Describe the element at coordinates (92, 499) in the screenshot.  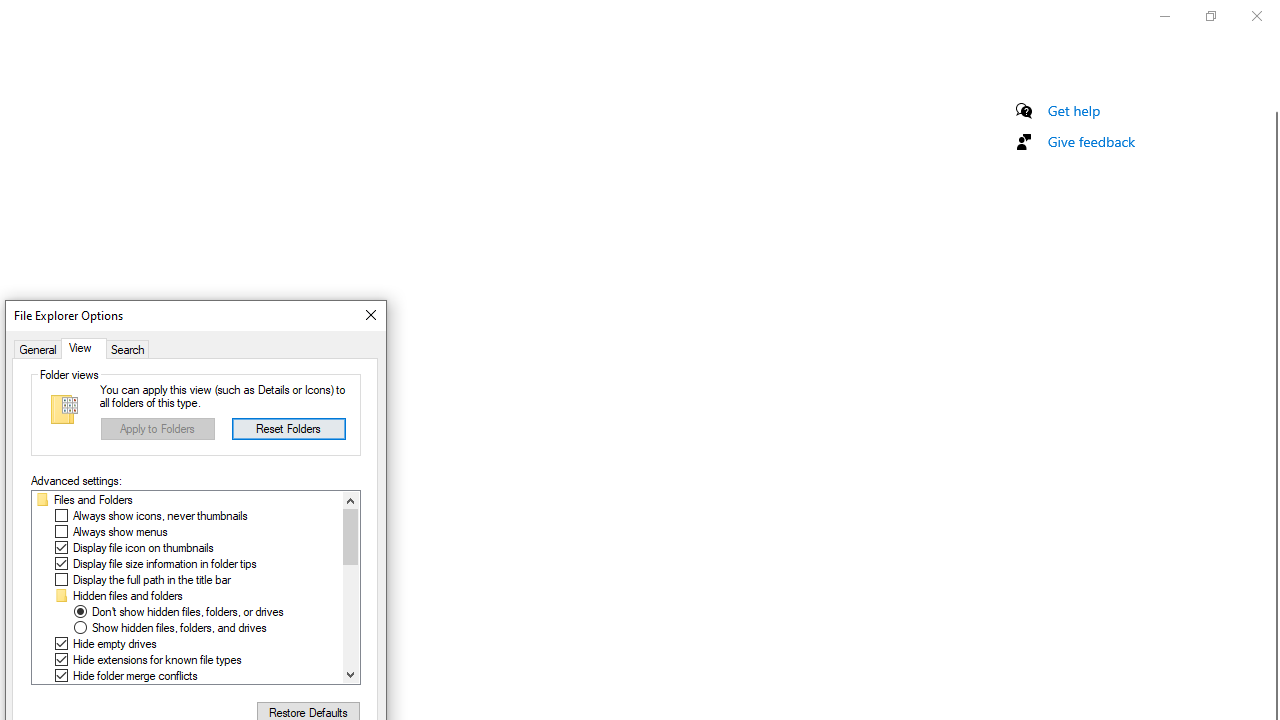
I see `'Files and Folders'` at that location.